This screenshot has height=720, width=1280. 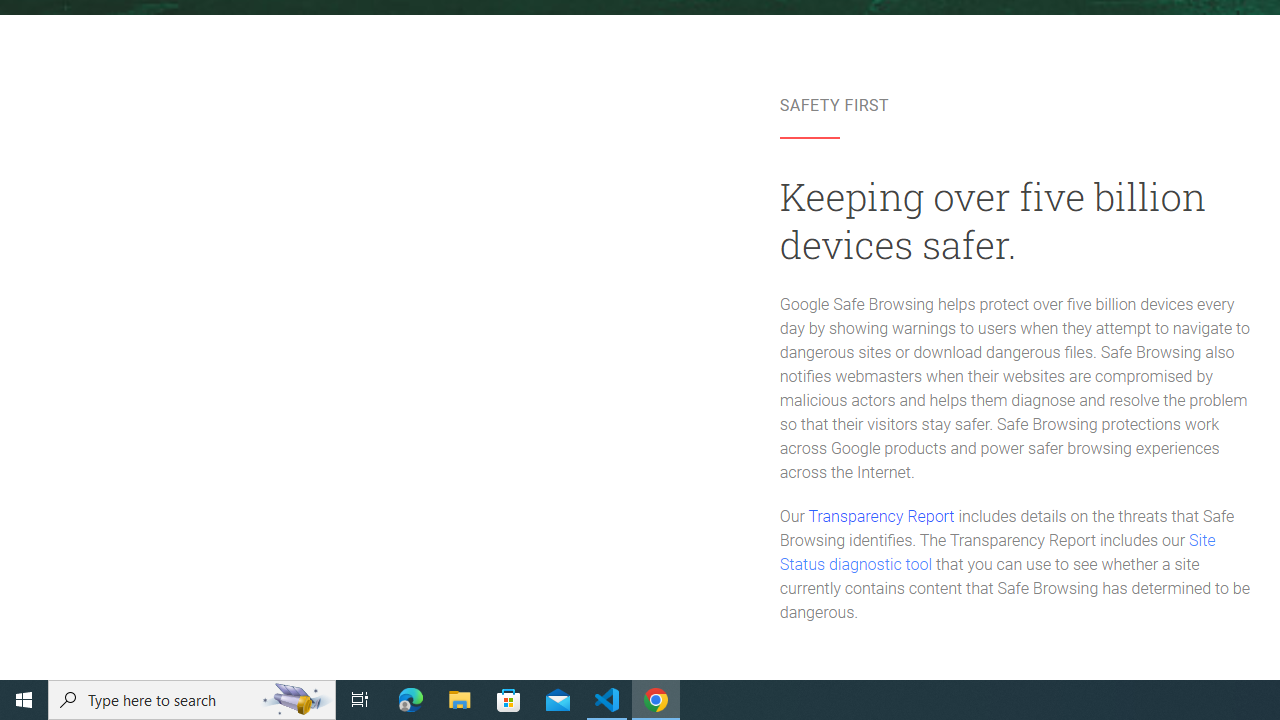 I want to click on 'Transparency Report', so click(x=880, y=515).